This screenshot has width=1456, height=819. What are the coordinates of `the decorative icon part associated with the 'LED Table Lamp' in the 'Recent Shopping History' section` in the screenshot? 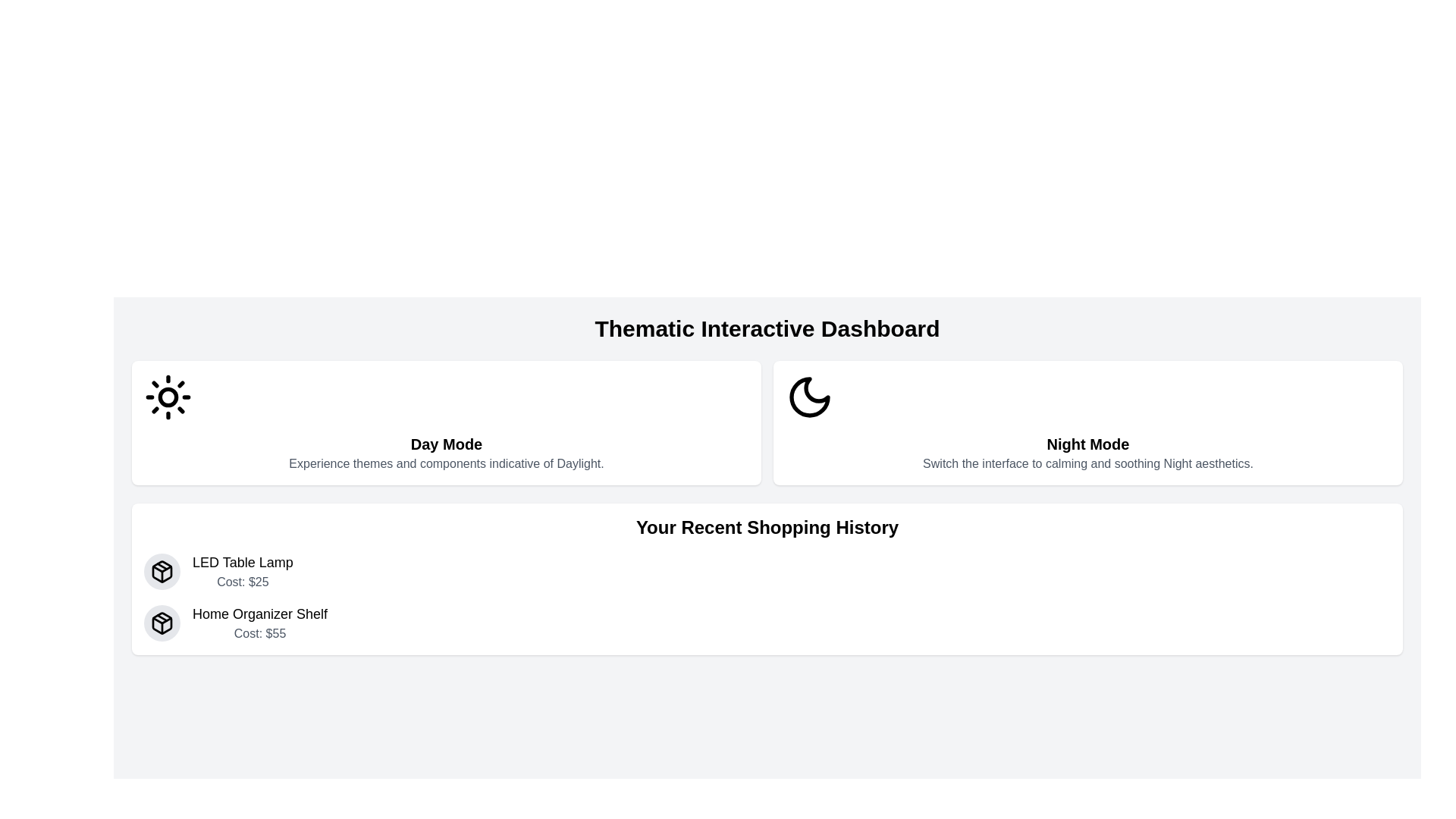 It's located at (162, 568).